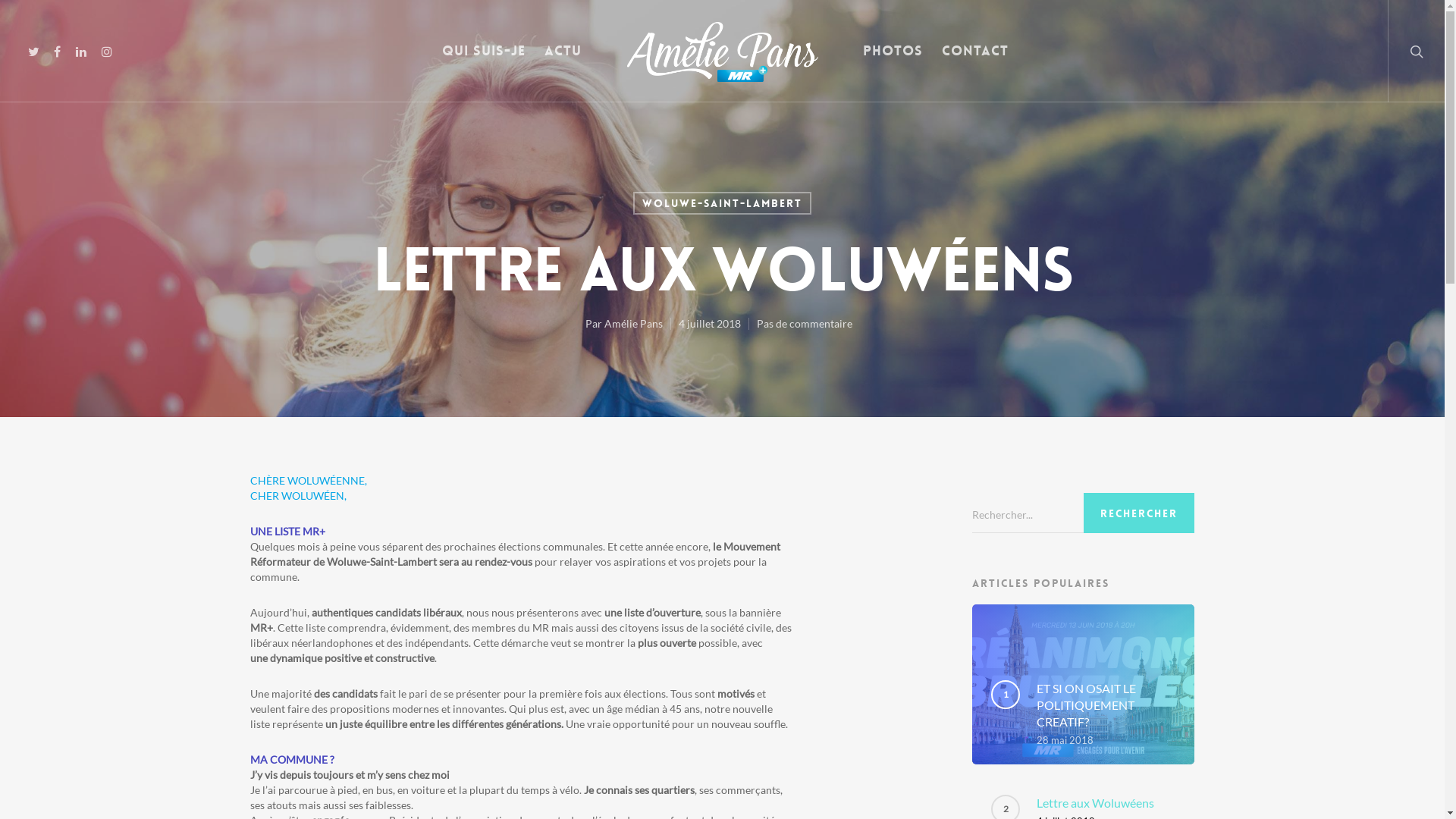  Describe the element at coordinates (562, 61) in the screenshot. I see `'Actu'` at that location.